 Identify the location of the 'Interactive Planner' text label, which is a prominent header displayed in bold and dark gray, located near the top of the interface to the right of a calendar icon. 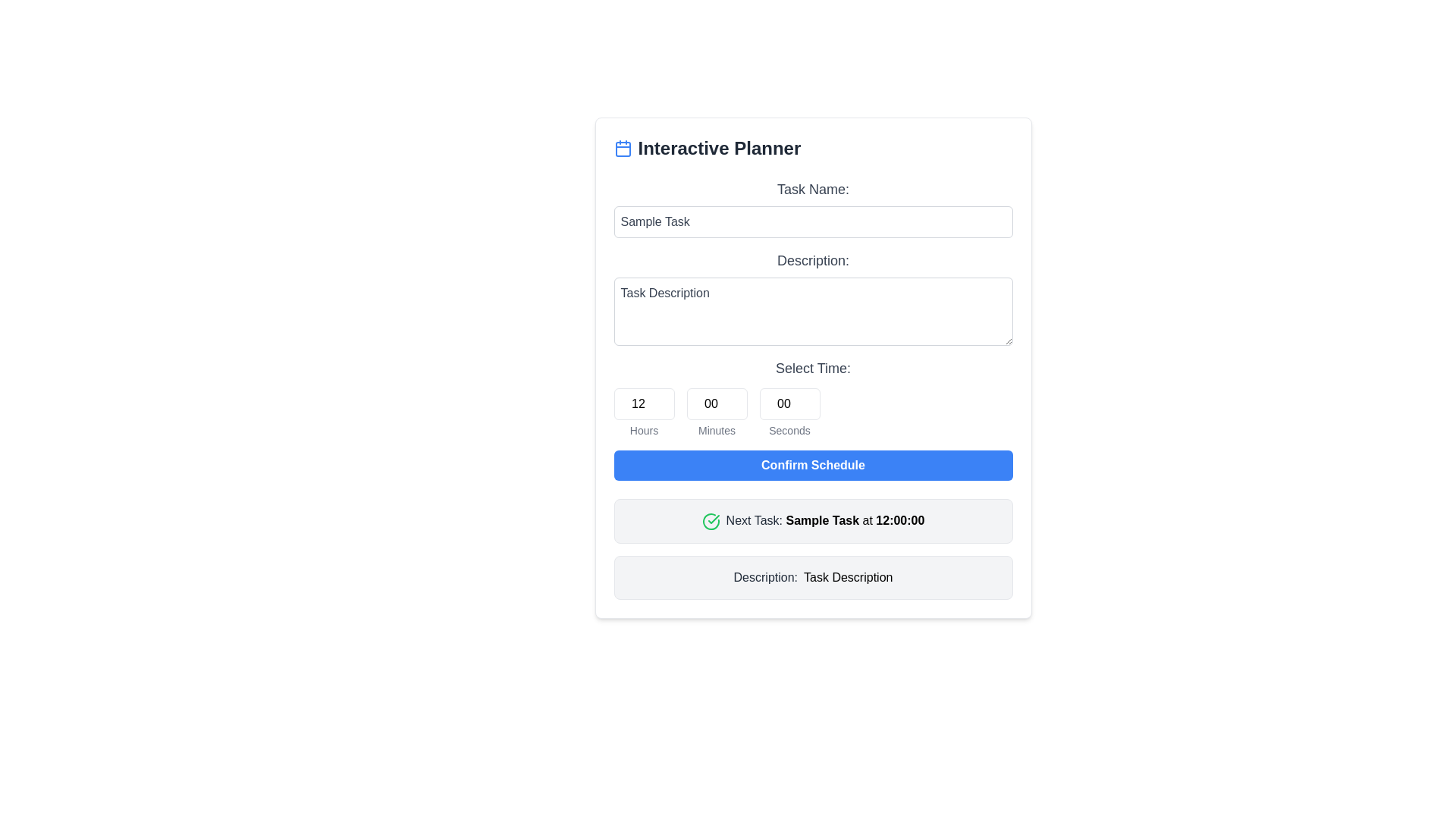
(718, 149).